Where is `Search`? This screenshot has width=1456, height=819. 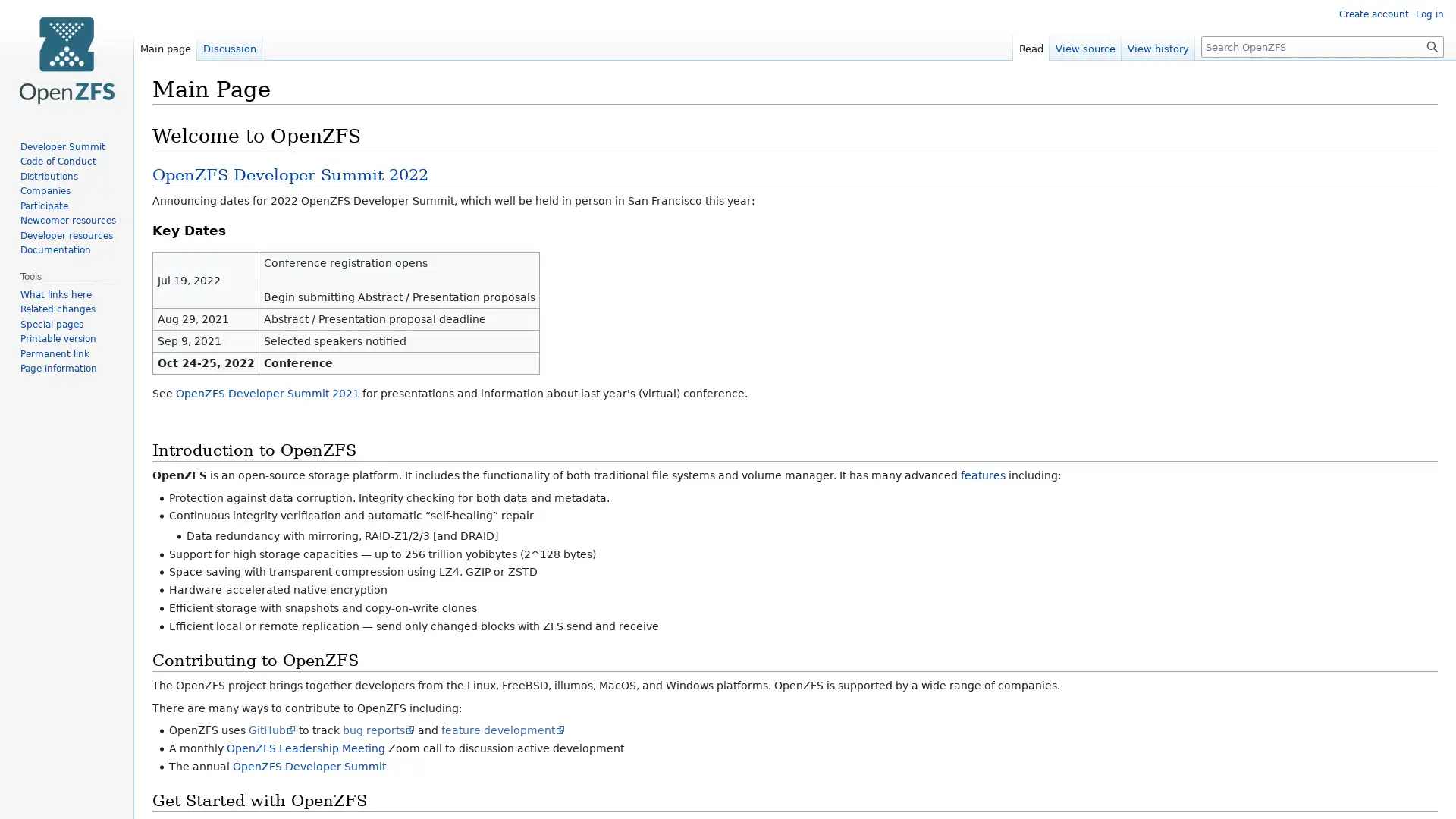
Search is located at coordinates (1432, 45).